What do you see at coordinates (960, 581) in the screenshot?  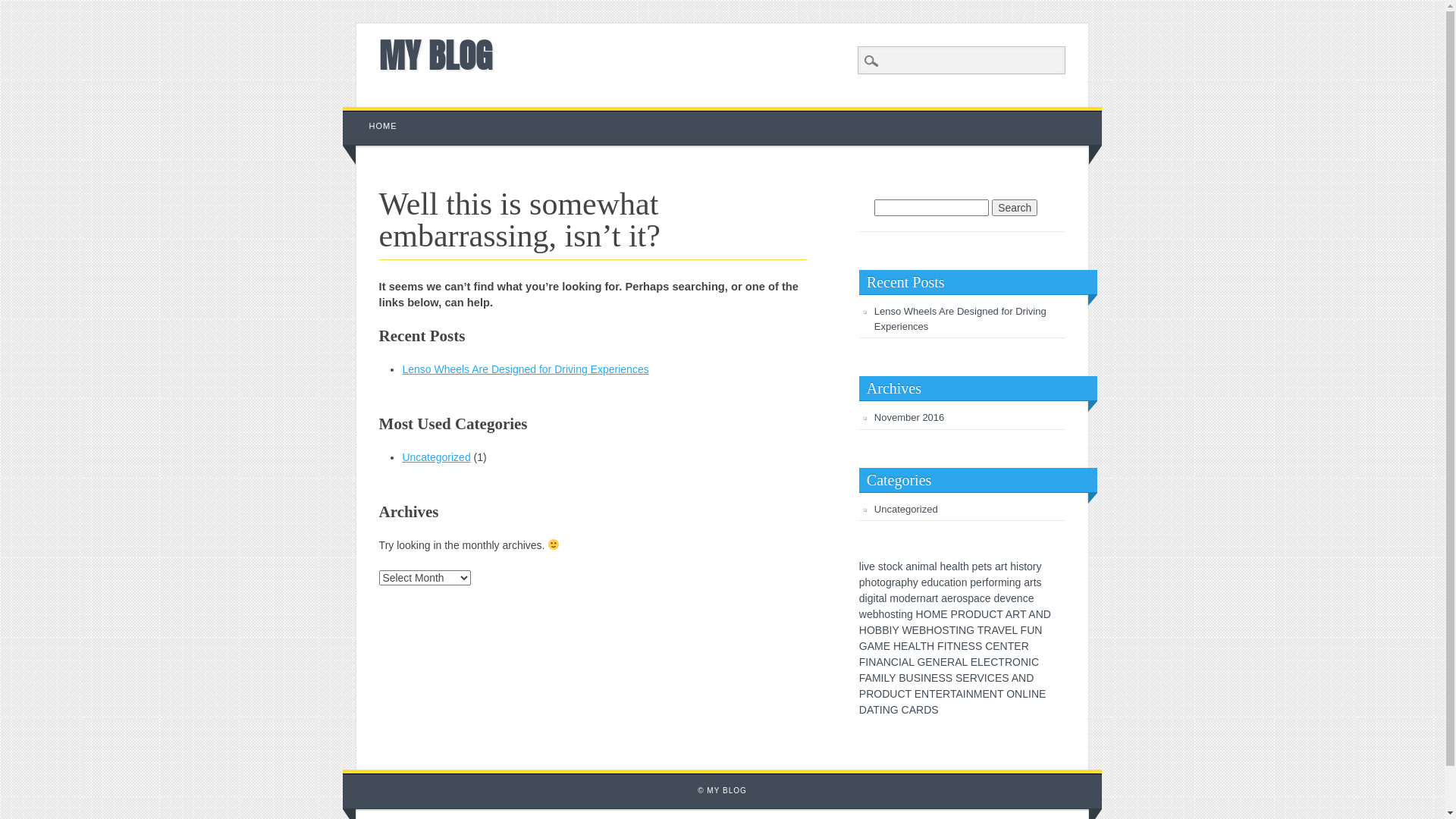 I see `'n'` at bounding box center [960, 581].